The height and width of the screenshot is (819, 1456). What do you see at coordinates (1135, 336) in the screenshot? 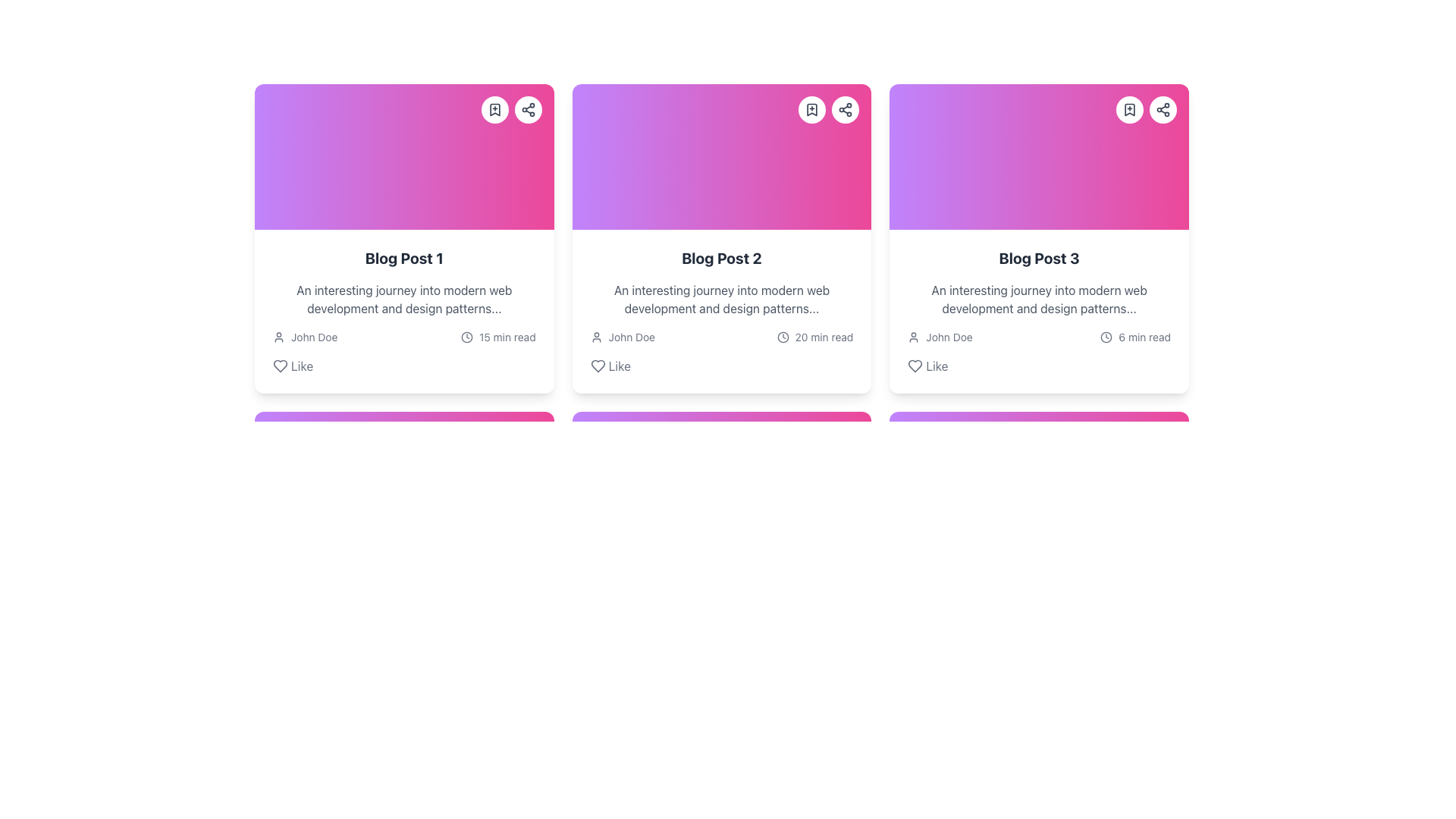
I see `informational label with an icon that provides the estimated reading time for the blog post located under the 'Blog Post 3' title in the third card from the left, positioned to the right of the 'John Doe' text and user icon` at bounding box center [1135, 336].